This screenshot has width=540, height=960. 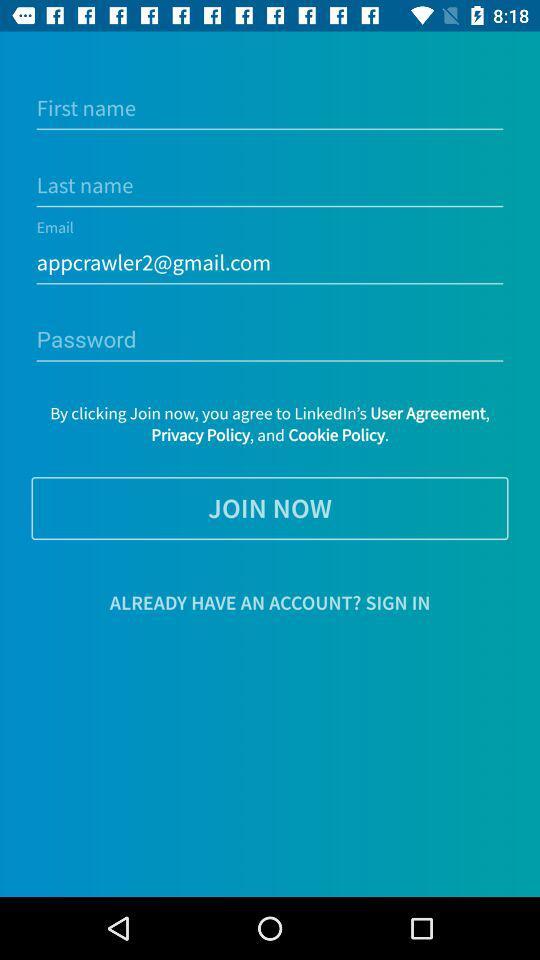 I want to click on password, so click(x=270, y=340).